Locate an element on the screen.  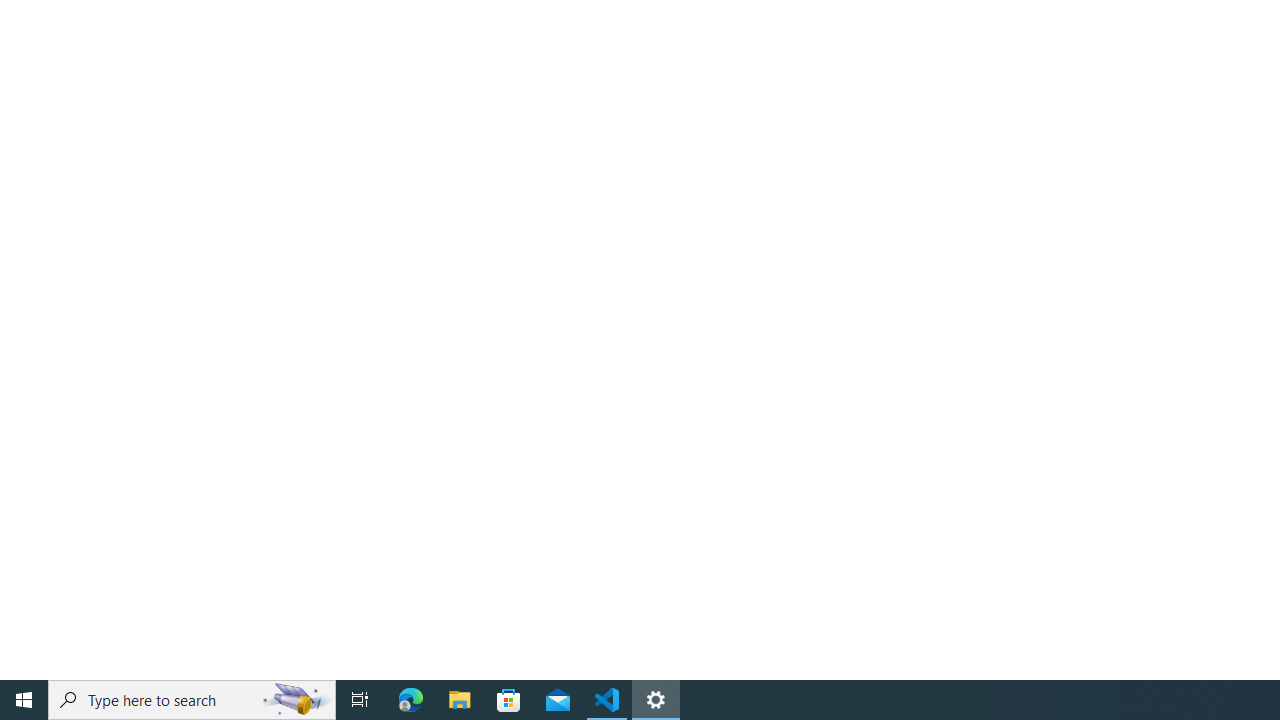
'Start' is located at coordinates (24, 698).